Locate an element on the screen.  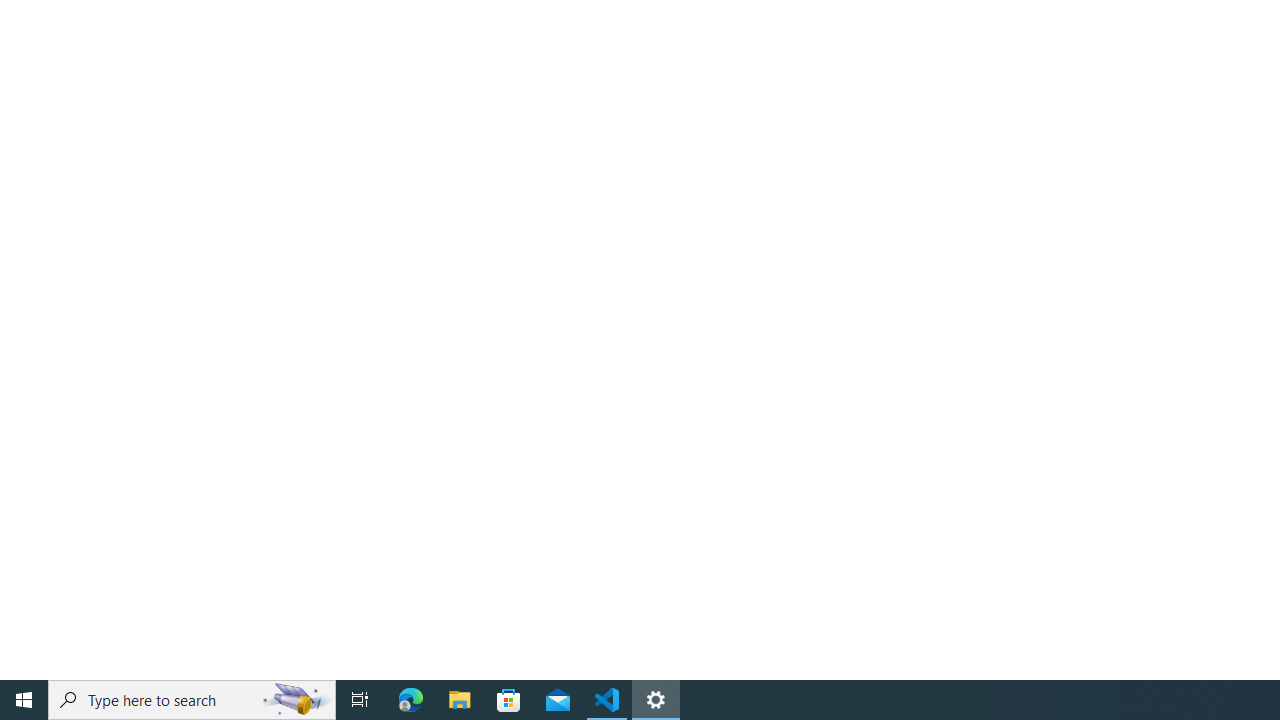
'Start' is located at coordinates (24, 698).